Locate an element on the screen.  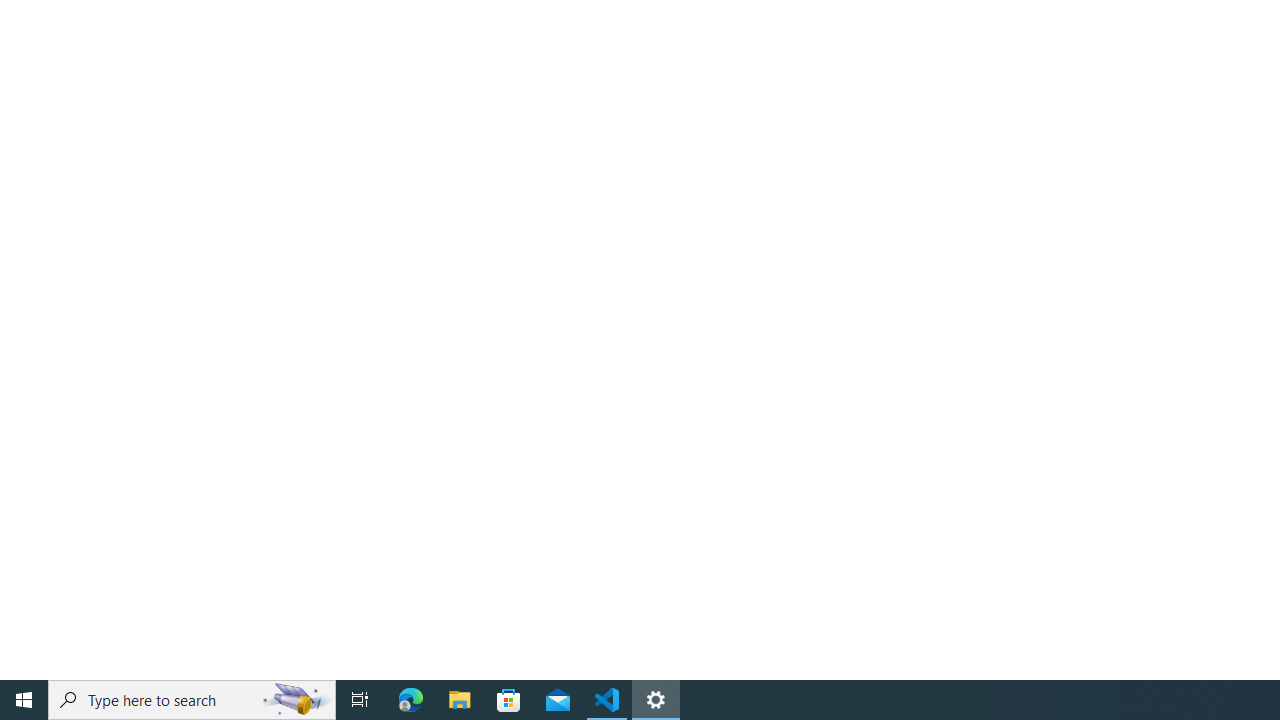
'Start' is located at coordinates (24, 698).